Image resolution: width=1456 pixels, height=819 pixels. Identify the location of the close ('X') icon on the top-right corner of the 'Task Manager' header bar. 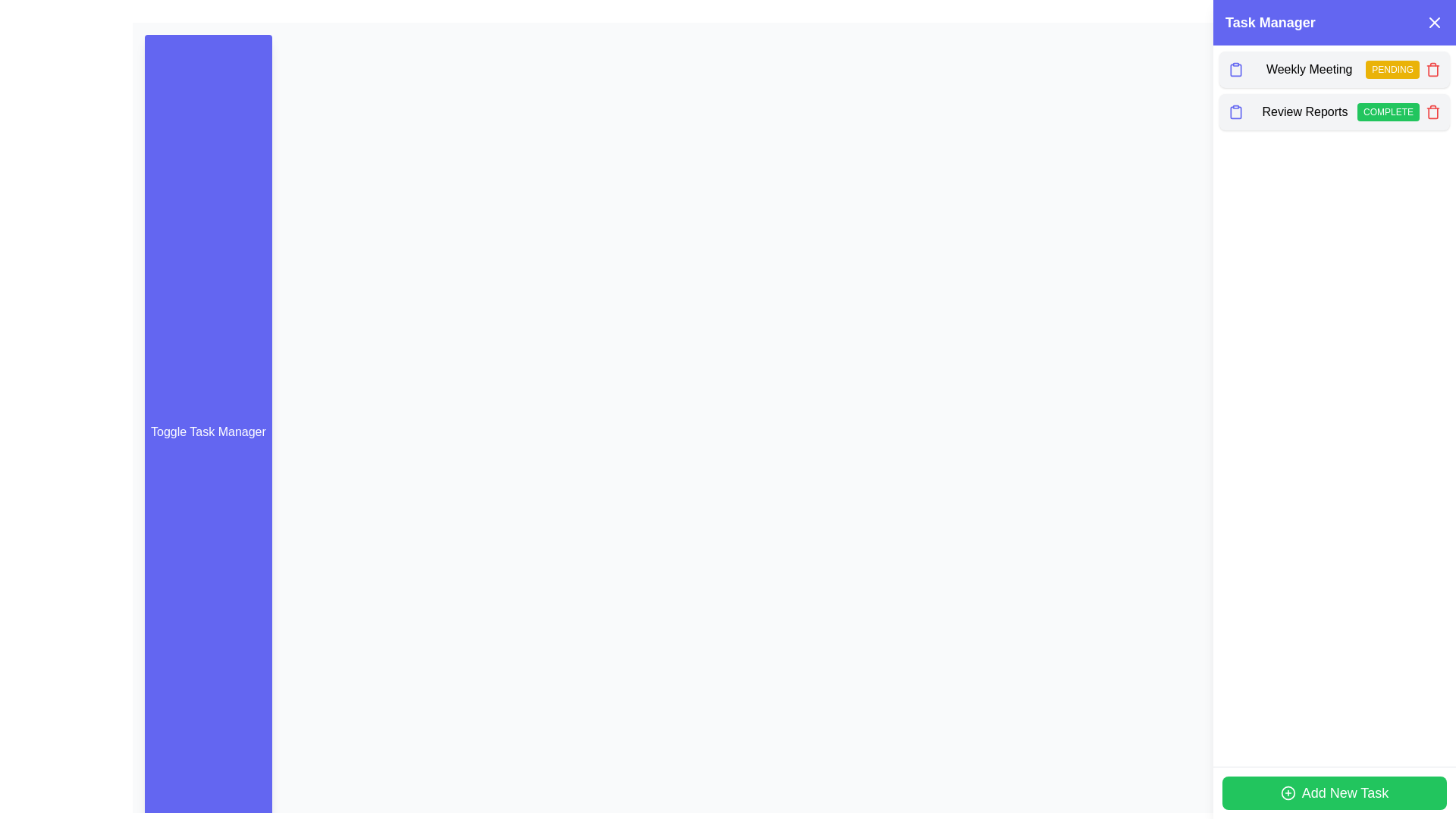
(1433, 23).